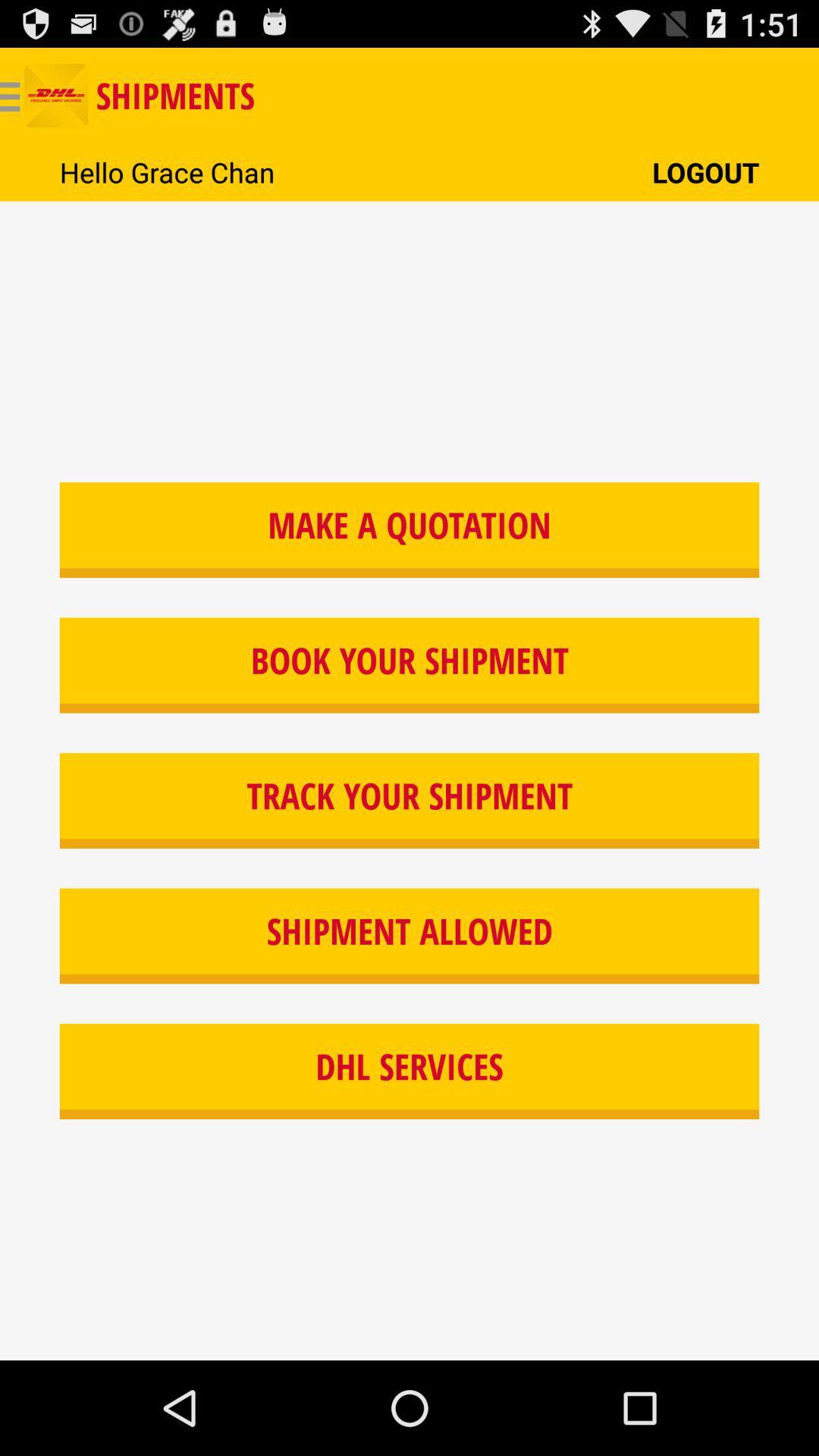  What do you see at coordinates (409, 1070) in the screenshot?
I see `the dhl services button` at bounding box center [409, 1070].